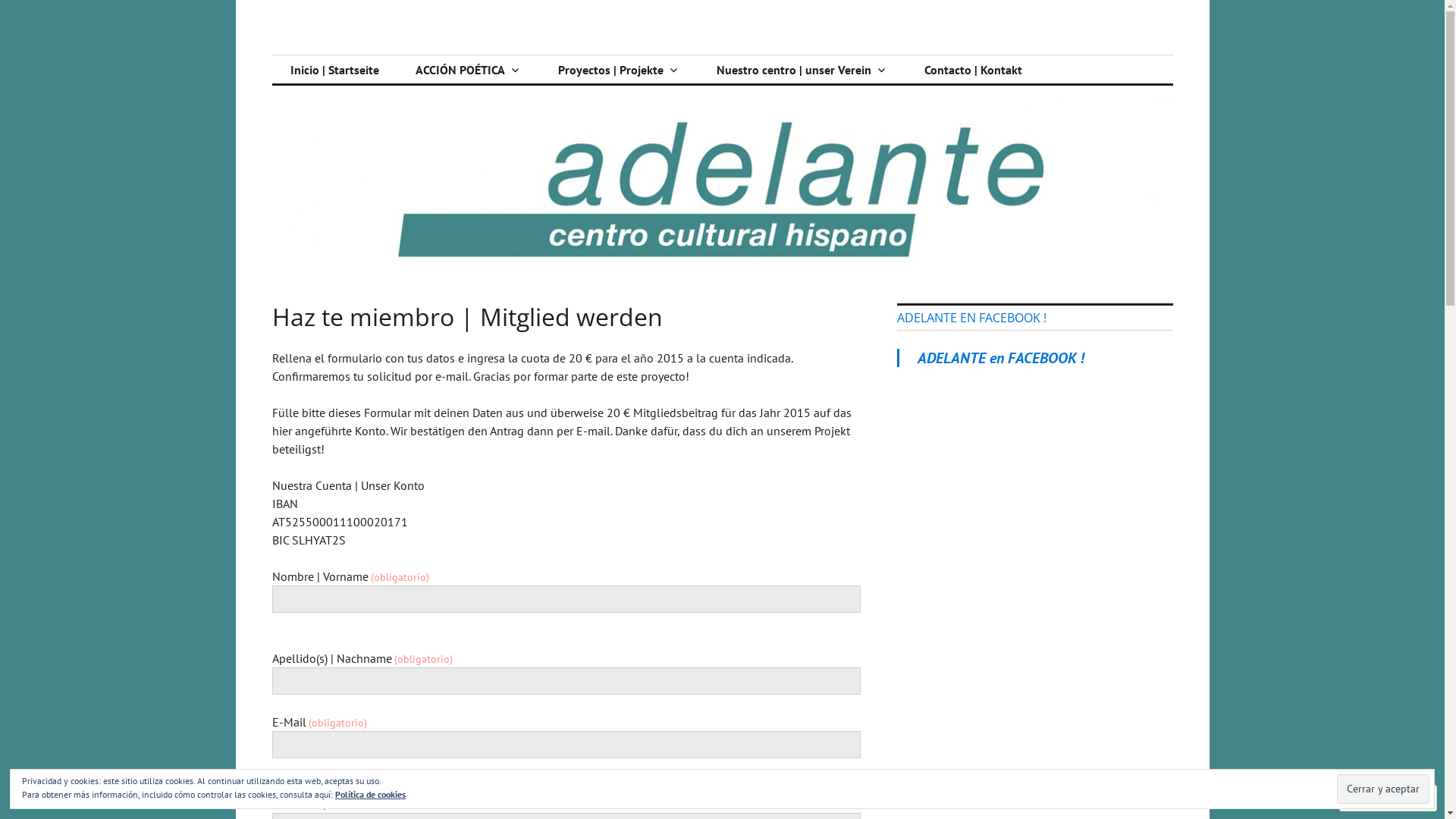  Describe the element at coordinates (916, 357) in the screenshot. I see `'ADELANTE en FACEBOOK !'` at that location.